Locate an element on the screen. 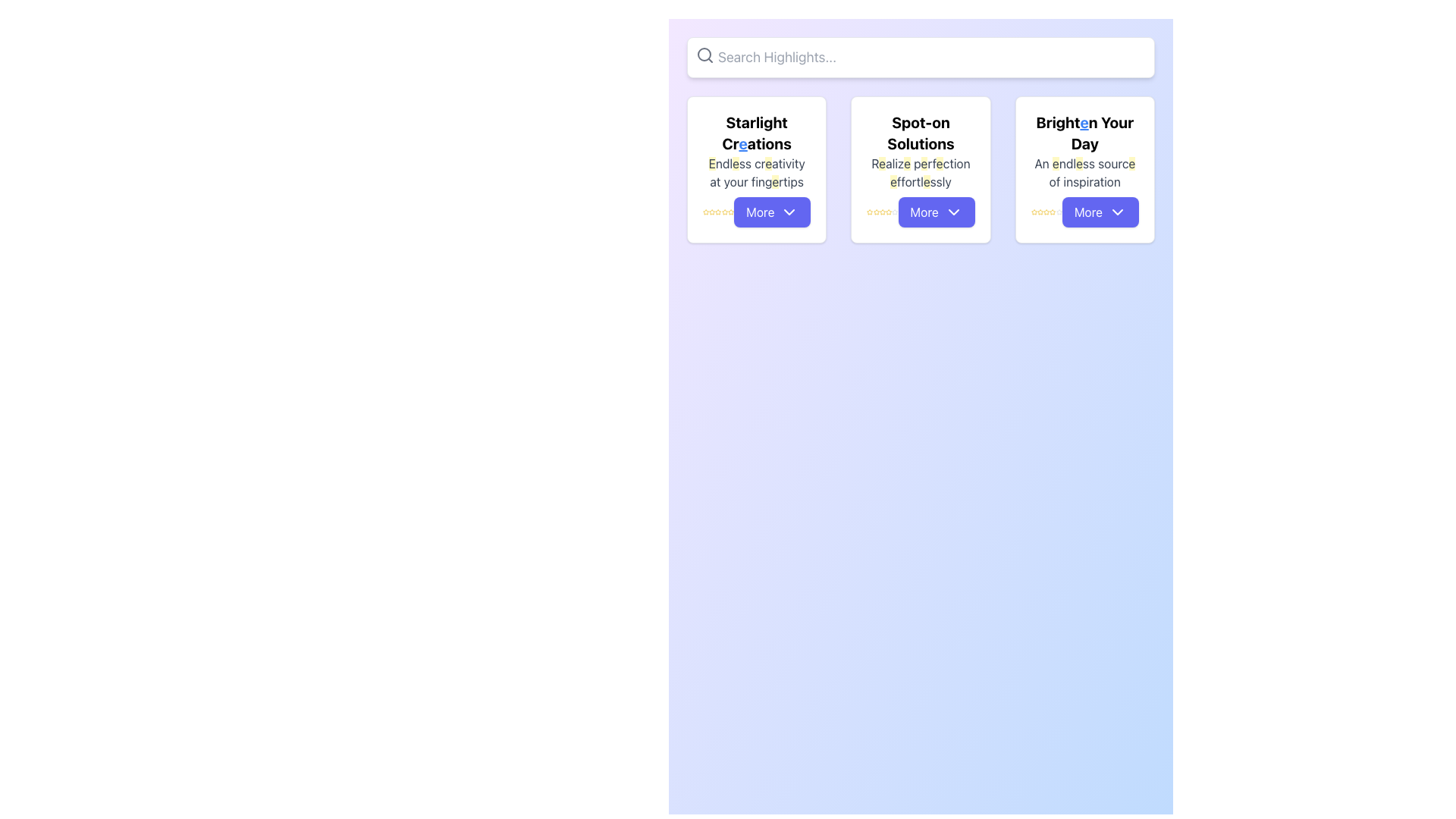 This screenshot has height=819, width=1456. text content of the first character of the text 'Realize perfection effortlessly' located in the second card below the heading 'Spot-on Solutions' is located at coordinates (875, 164).